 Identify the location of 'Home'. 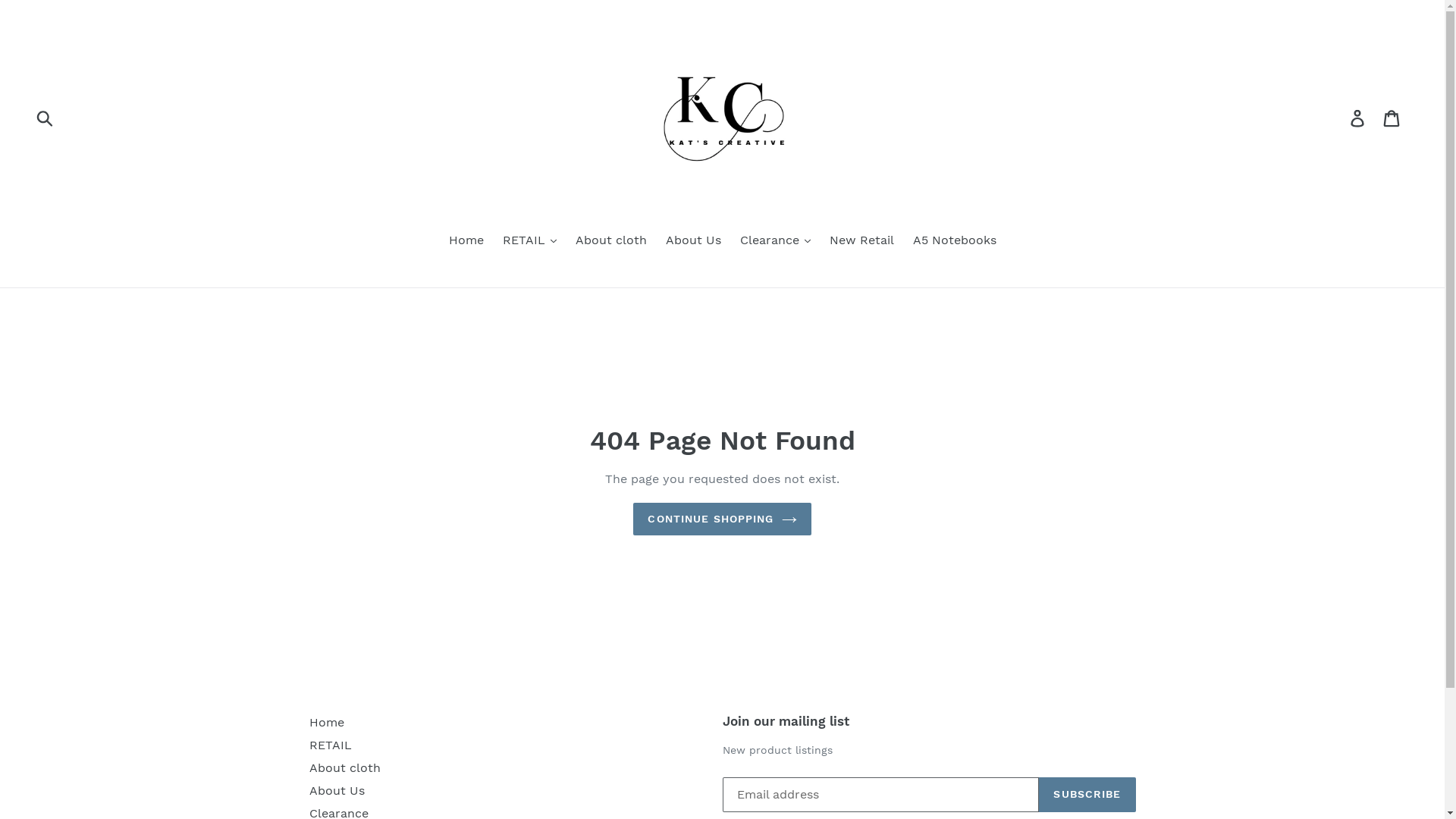
(309, 721).